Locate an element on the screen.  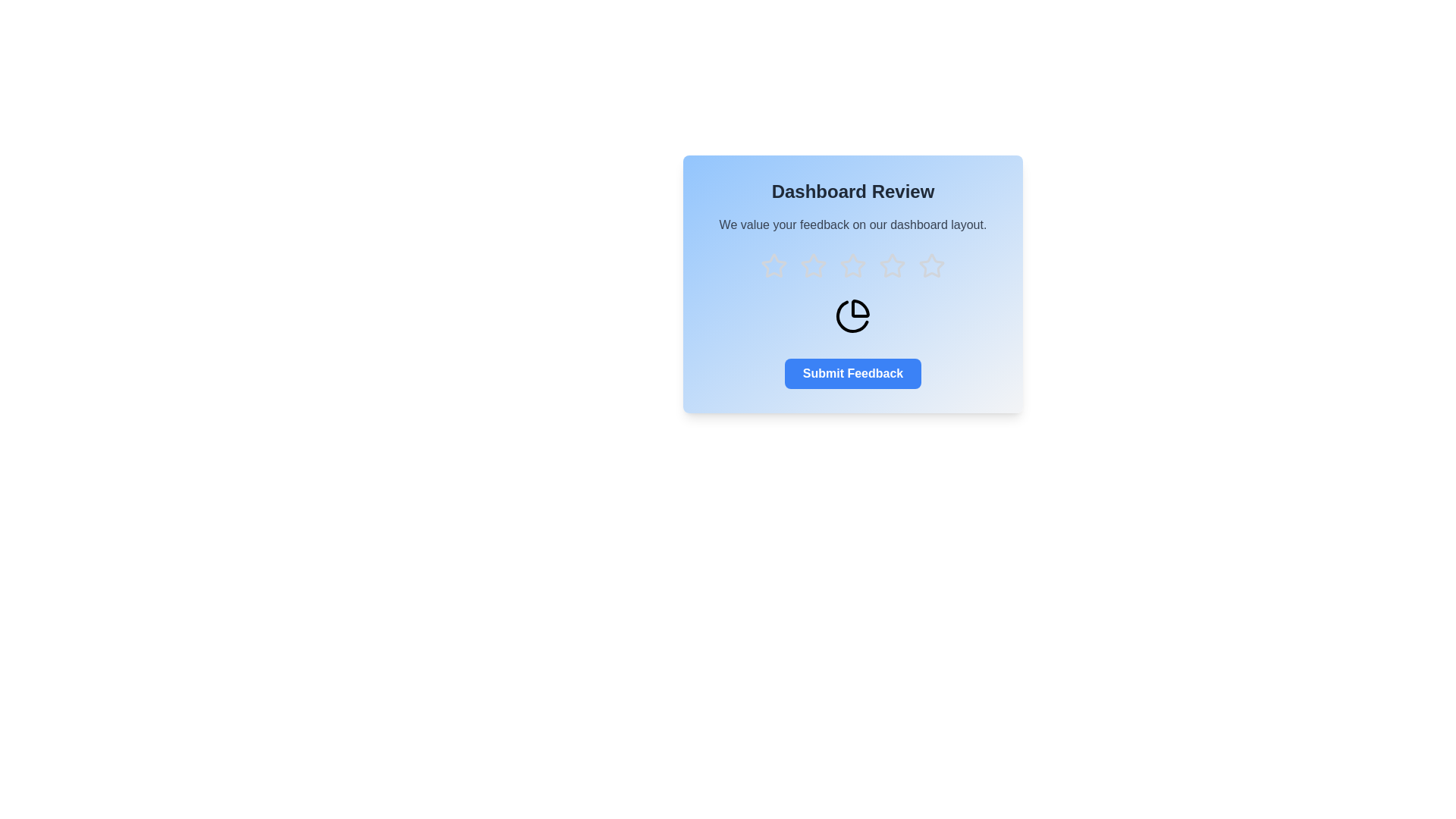
the star corresponding to the rating 5 is located at coordinates (930, 265).